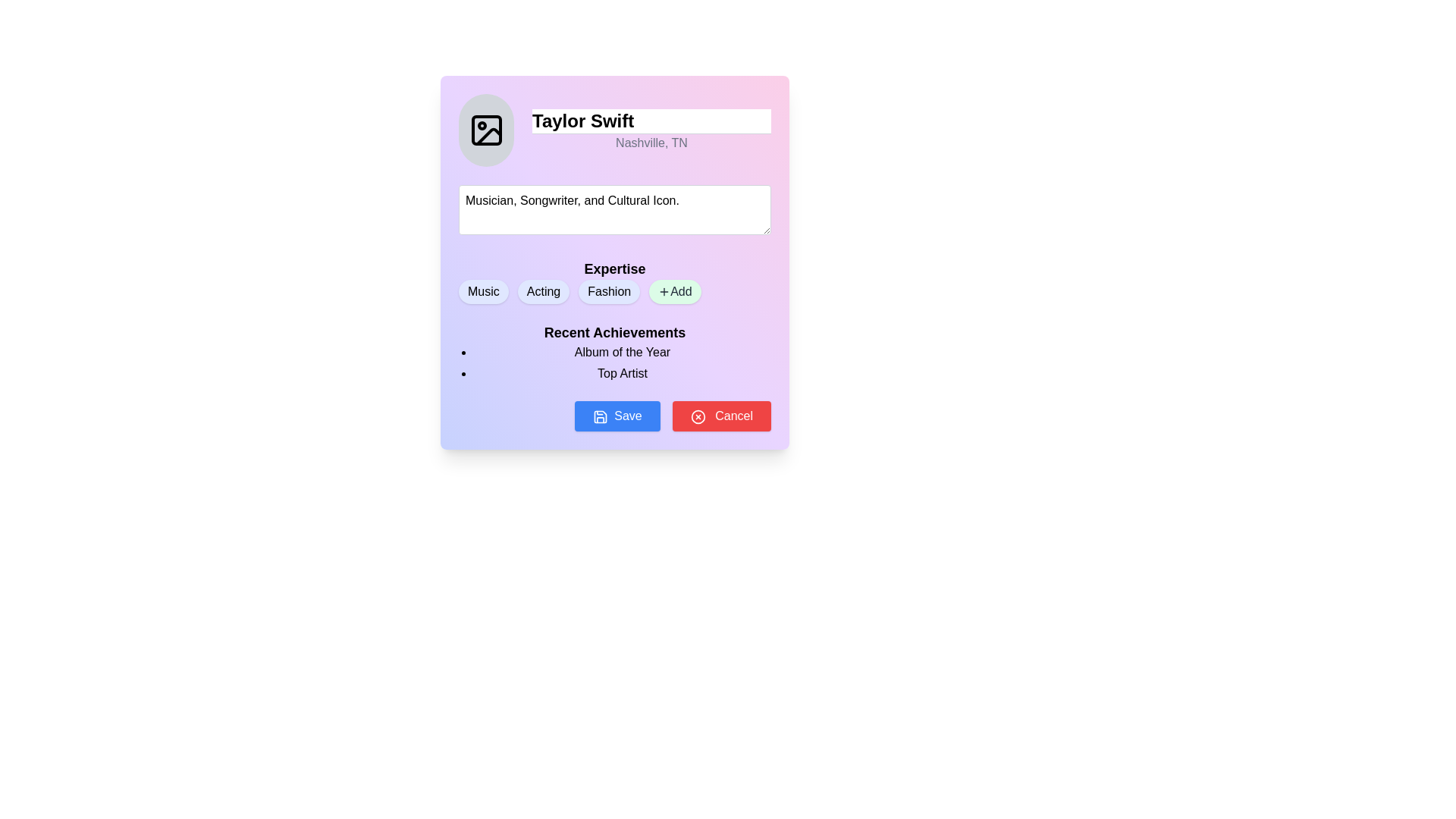  Describe the element at coordinates (600, 416) in the screenshot. I see `the blue 'Save' button with a floppy disk icon located below the 'Recent Achievements' section` at that location.